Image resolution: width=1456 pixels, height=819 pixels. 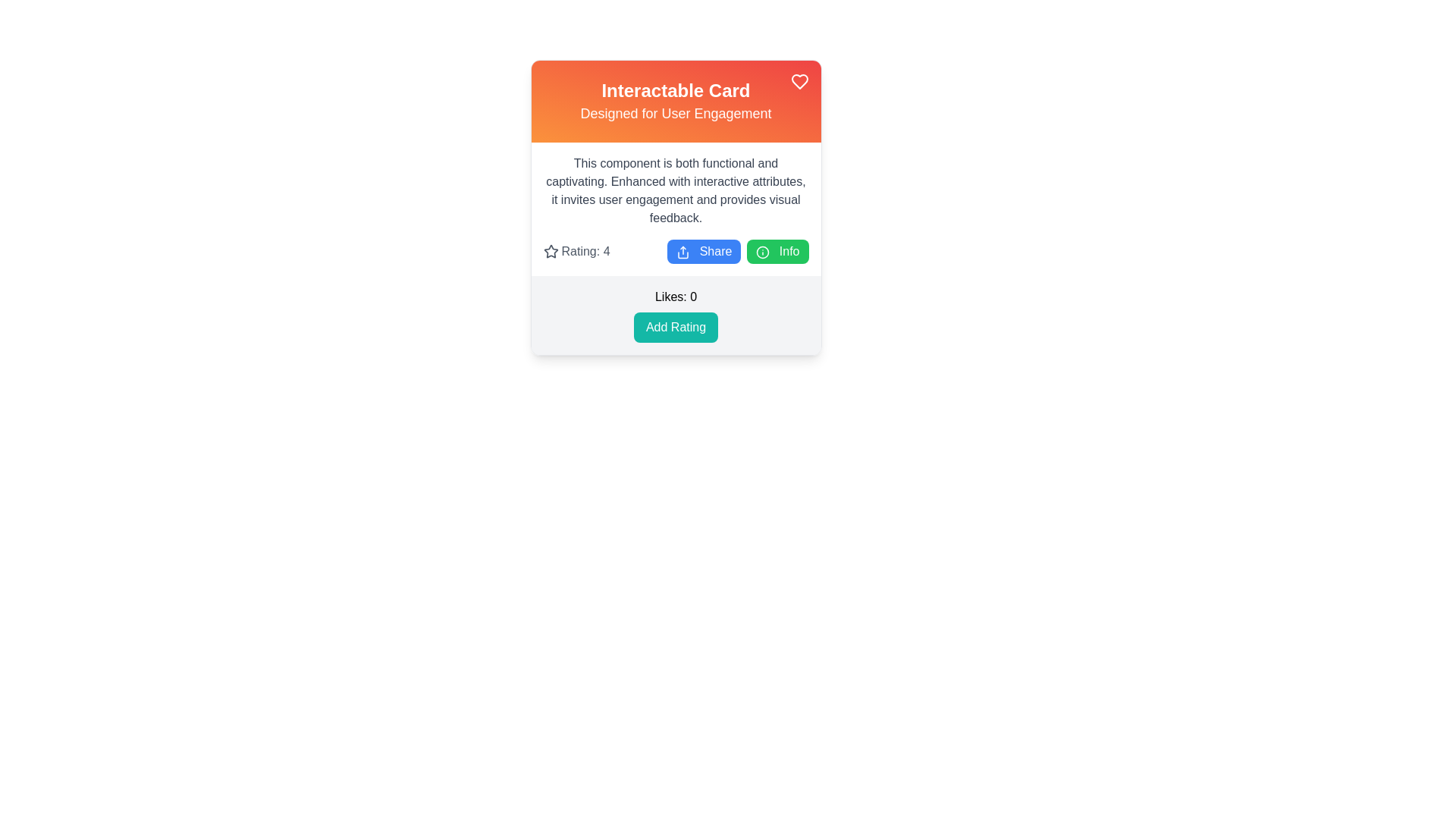 I want to click on the 'Info' button icon located at the bottom right section of the card interface, so click(x=763, y=251).